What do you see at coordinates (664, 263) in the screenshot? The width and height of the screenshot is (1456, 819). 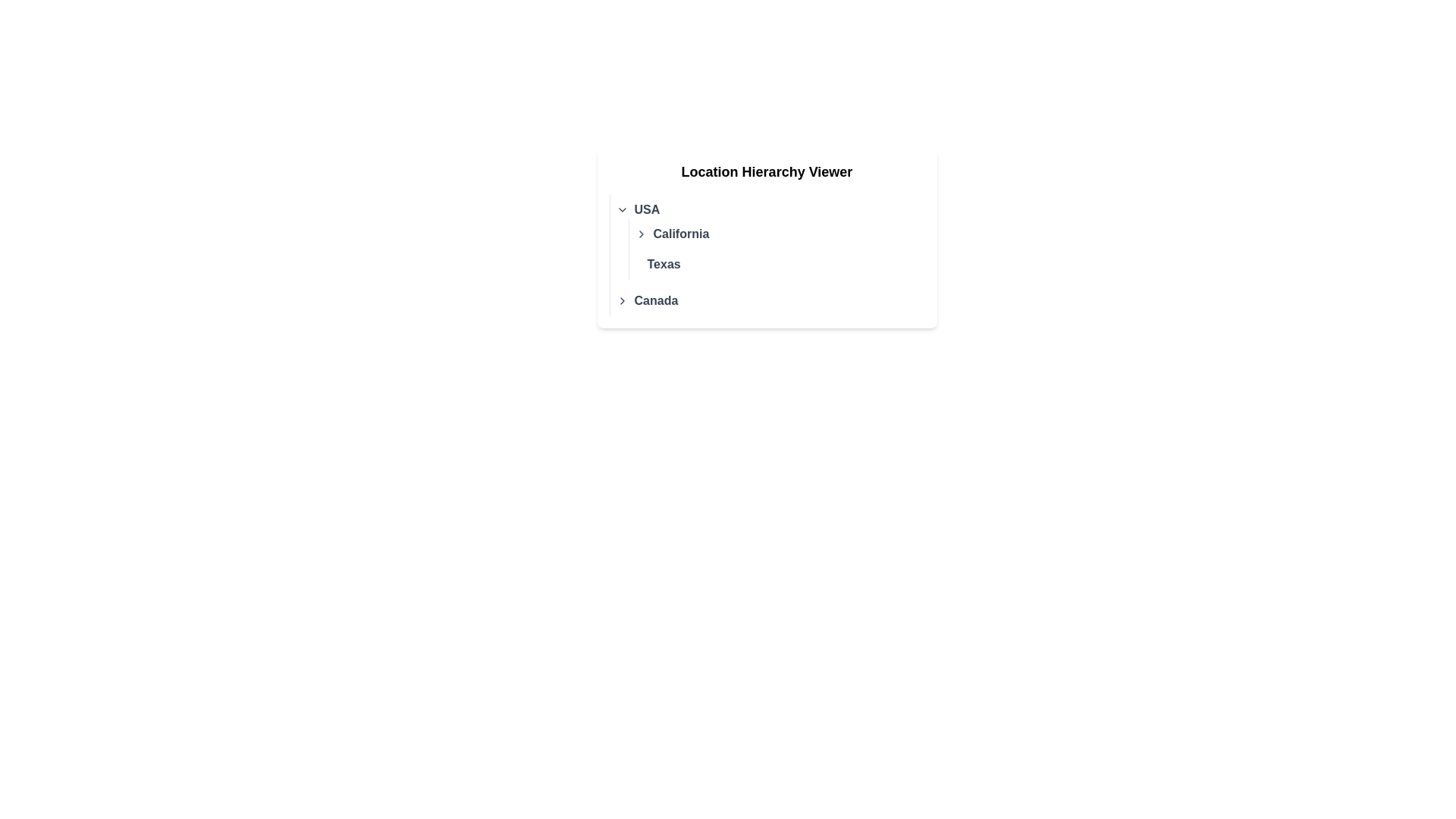 I see `the text label representing the state 'Texas', which is positioned below 'California' in the hierarchical geographical categorization within the USA section` at bounding box center [664, 263].